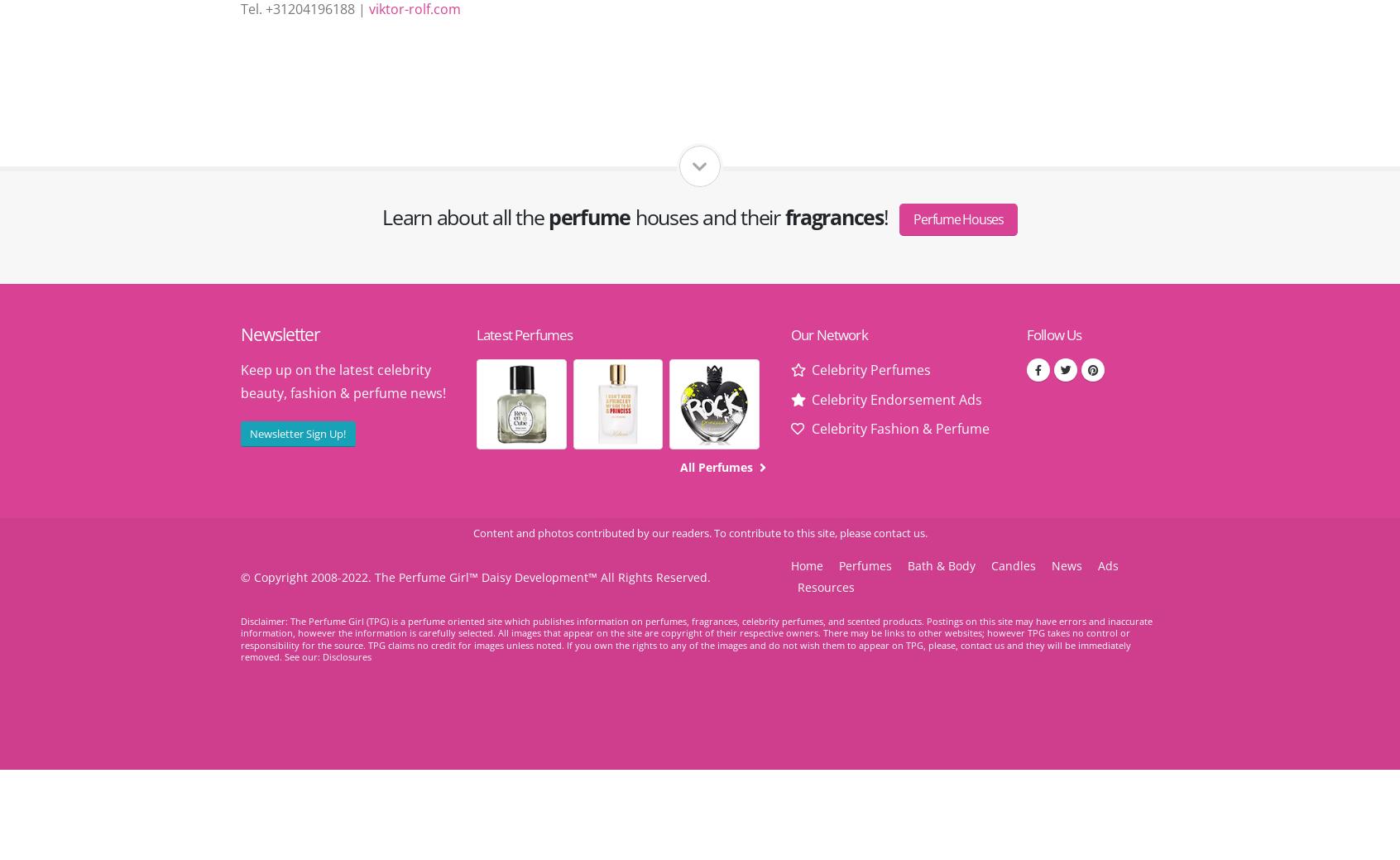 Image resolution: width=1400 pixels, height=860 pixels. Describe the element at coordinates (1107, 565) in the screenshot. I see `'Ads'` at that location.